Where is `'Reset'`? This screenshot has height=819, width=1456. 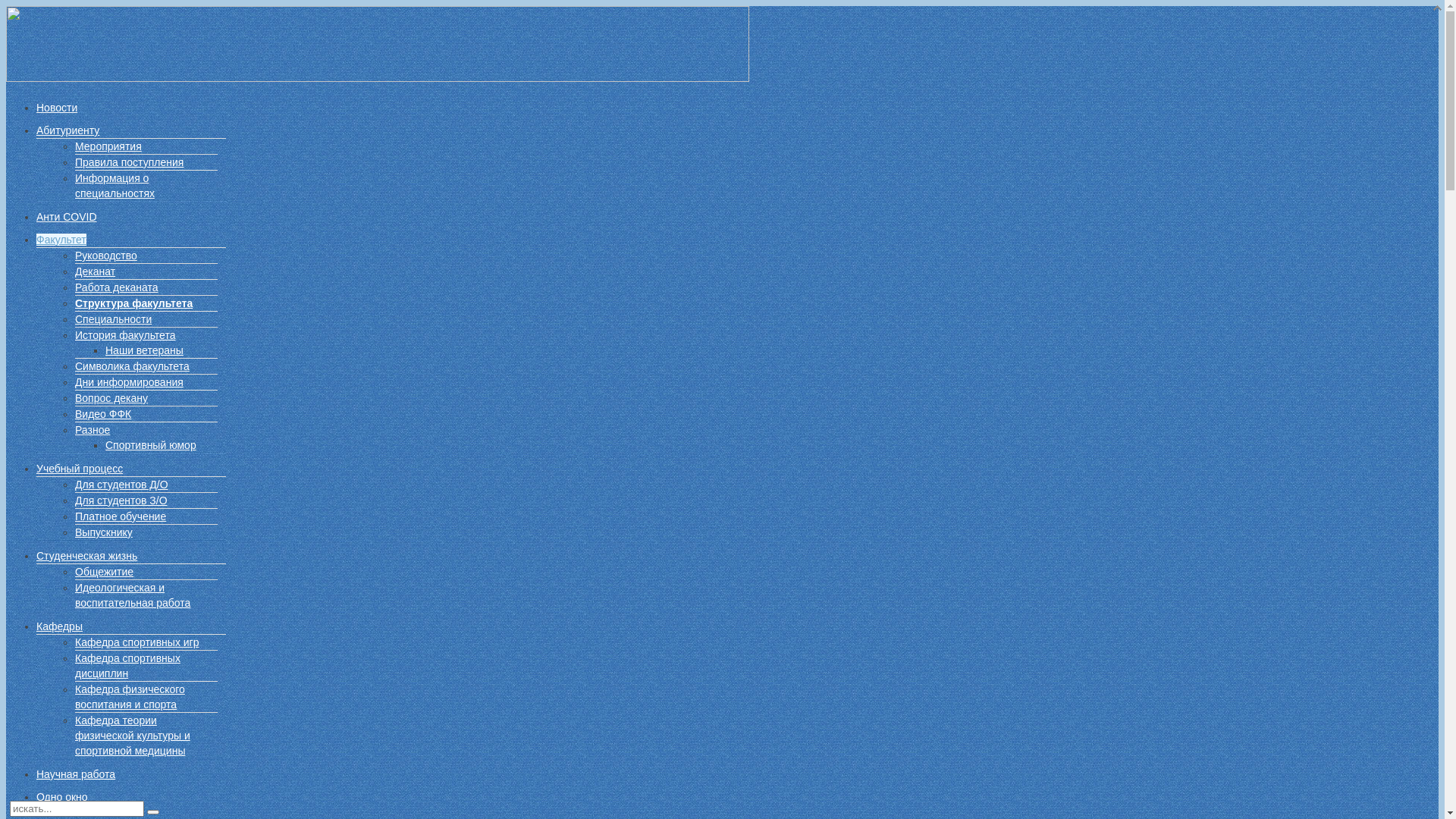
'Reset' is located at coordinates (152, 811).